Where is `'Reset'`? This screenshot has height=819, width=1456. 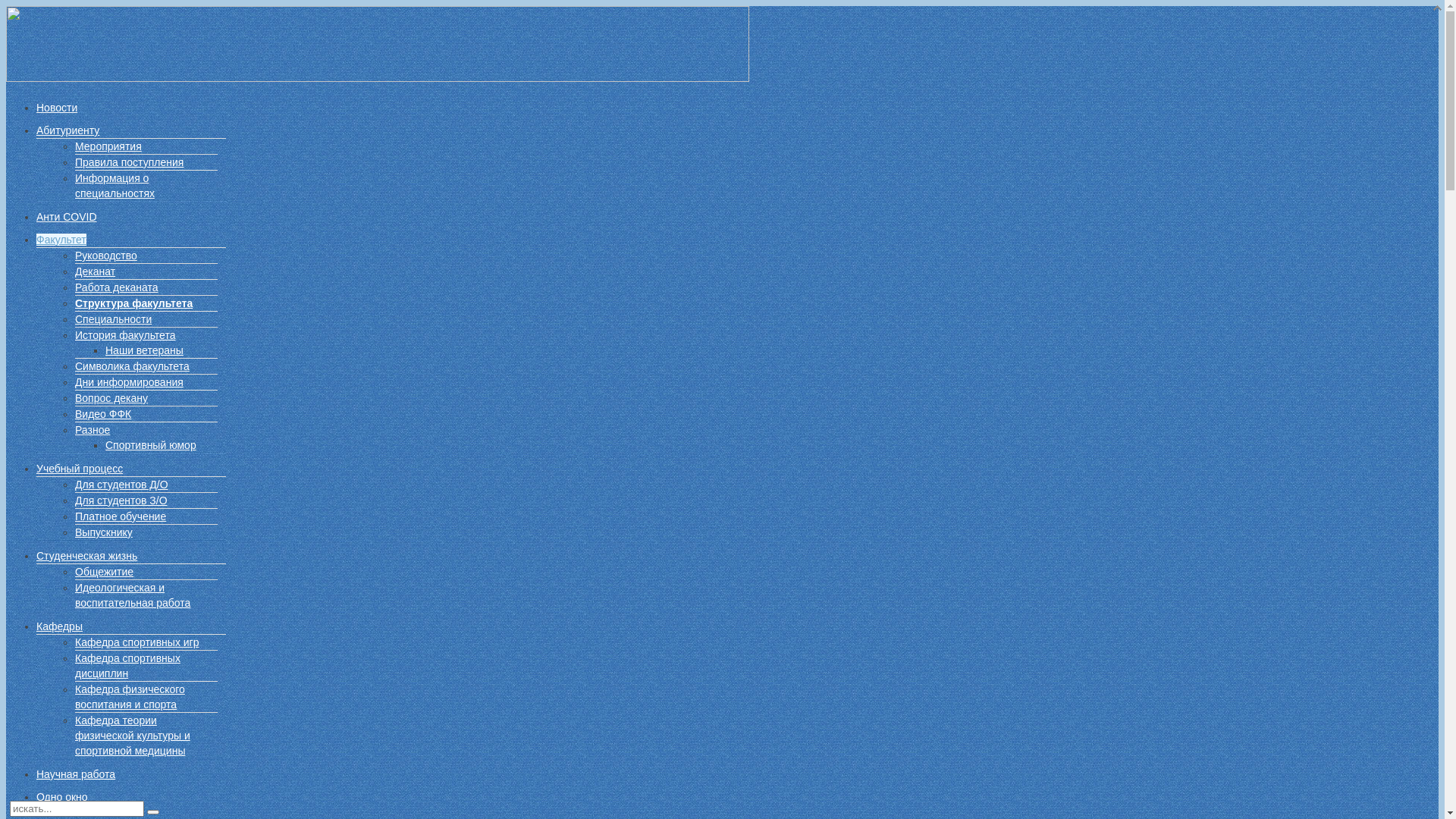
'Reset' is located at coordinates (152, 811).